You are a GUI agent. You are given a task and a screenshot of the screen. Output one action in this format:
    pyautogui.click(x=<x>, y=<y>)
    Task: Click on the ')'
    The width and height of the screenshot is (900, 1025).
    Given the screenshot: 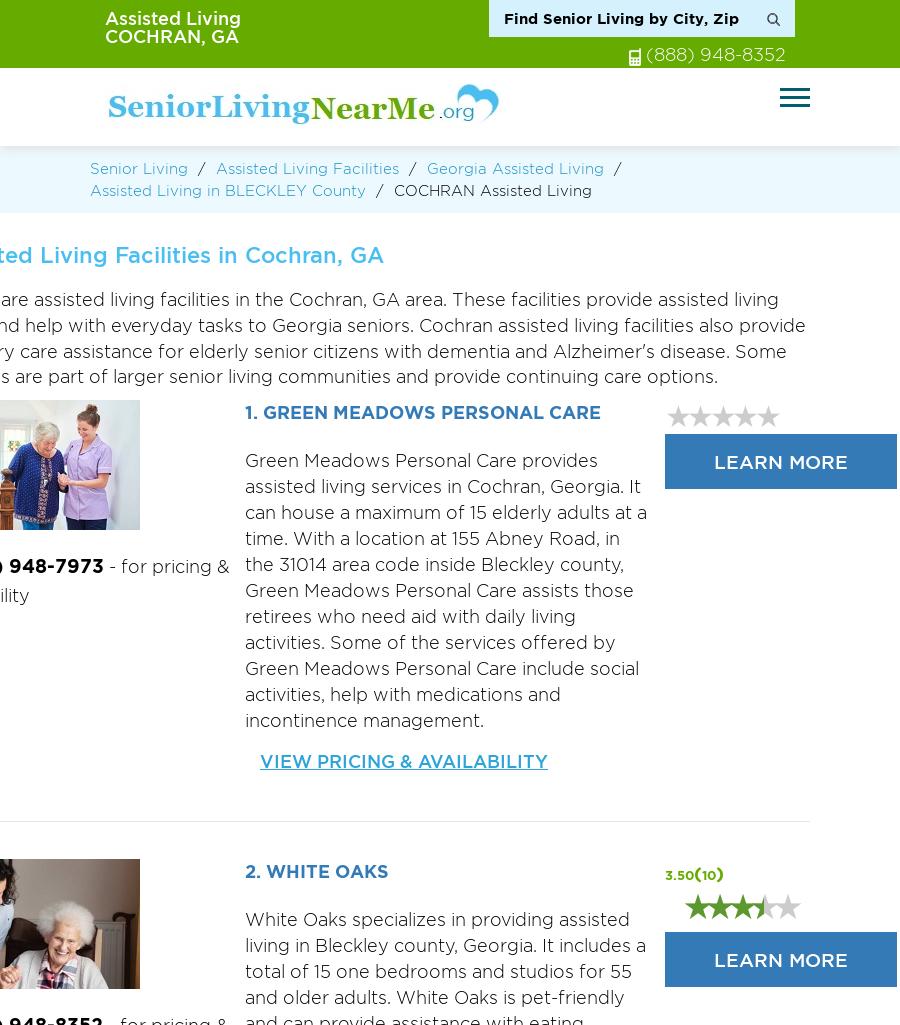 What is the action you would take?
    pyautogui.click(x=718, y=872)
    